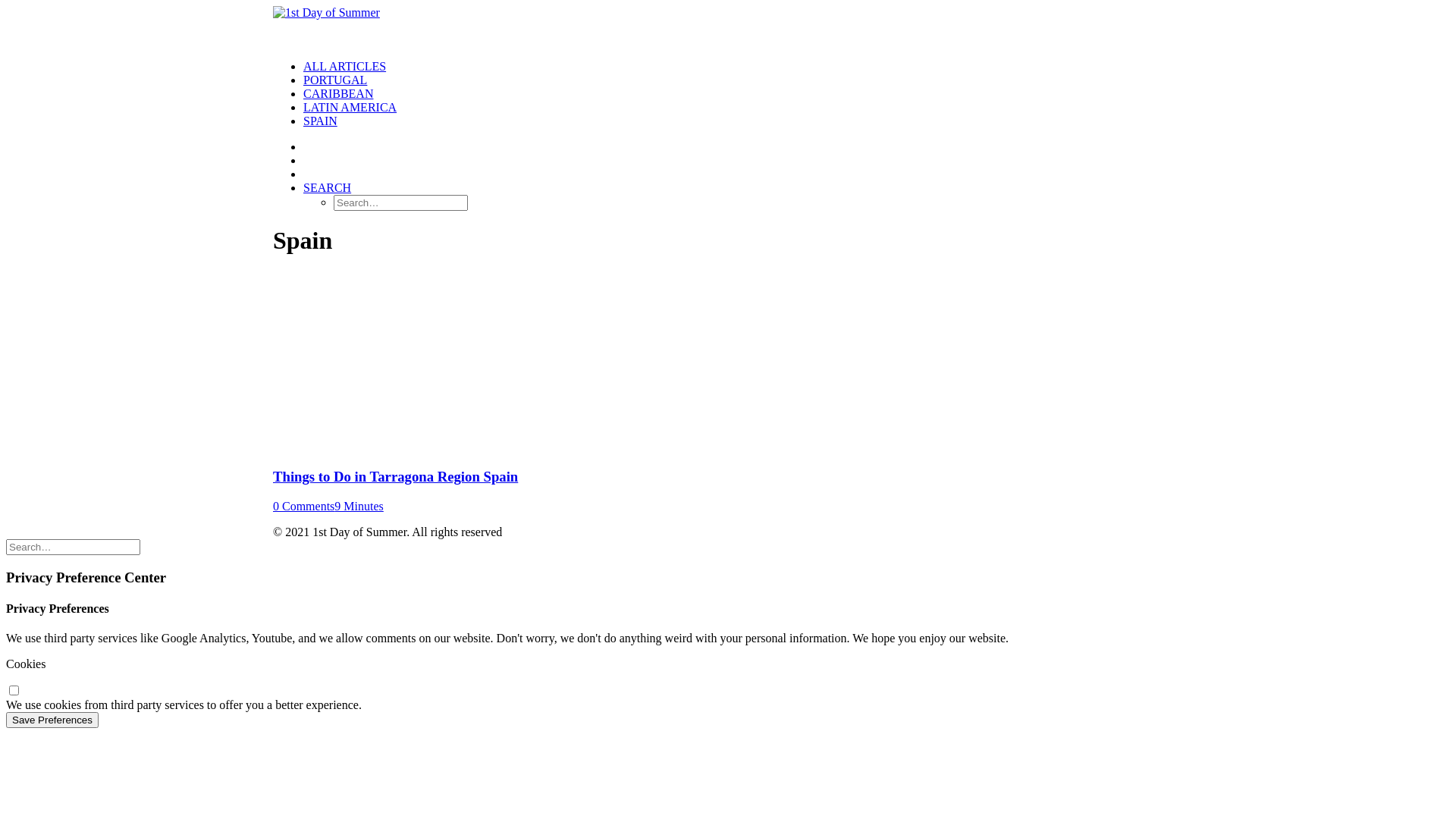 The height and width of the screenshot is (819, 1456). I want to click on 'Save Preferences', so click(6, 719).